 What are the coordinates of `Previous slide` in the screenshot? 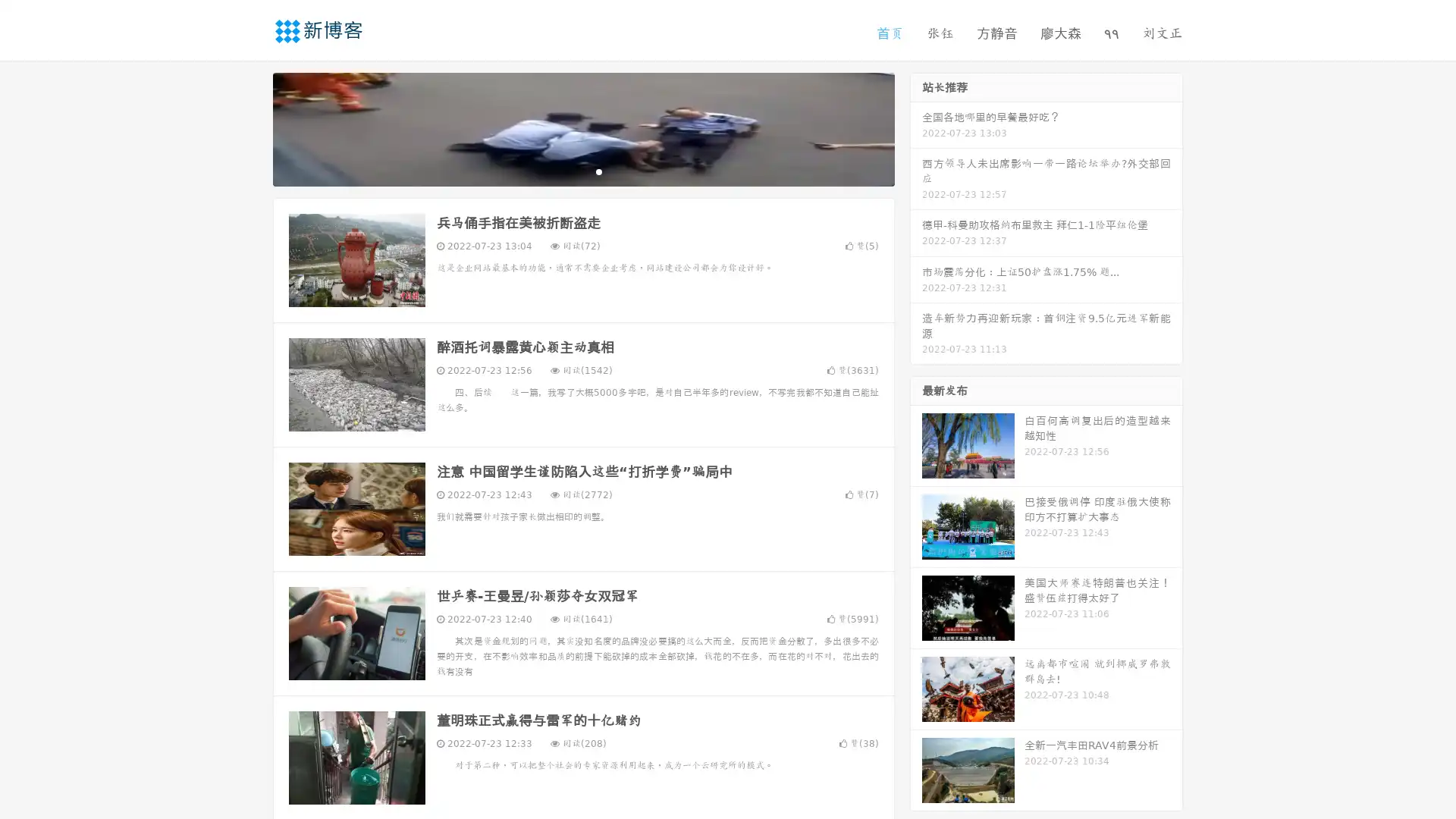 It's located at (250, 127).